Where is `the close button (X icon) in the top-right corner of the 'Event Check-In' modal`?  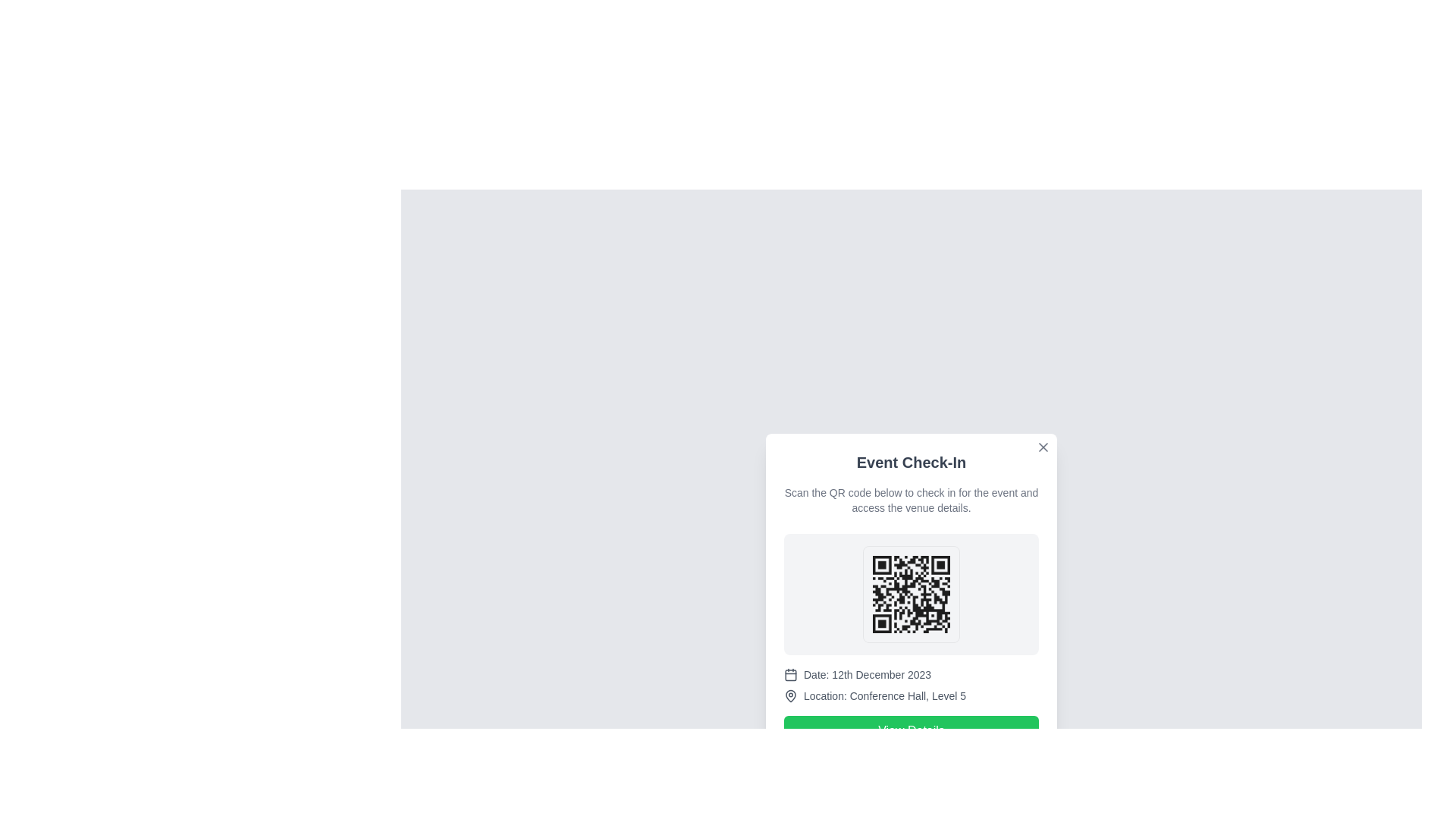 the close button (X icon) in the top-right corner of the 'Event Check-In' modal is located at coordinates (1043, 447).